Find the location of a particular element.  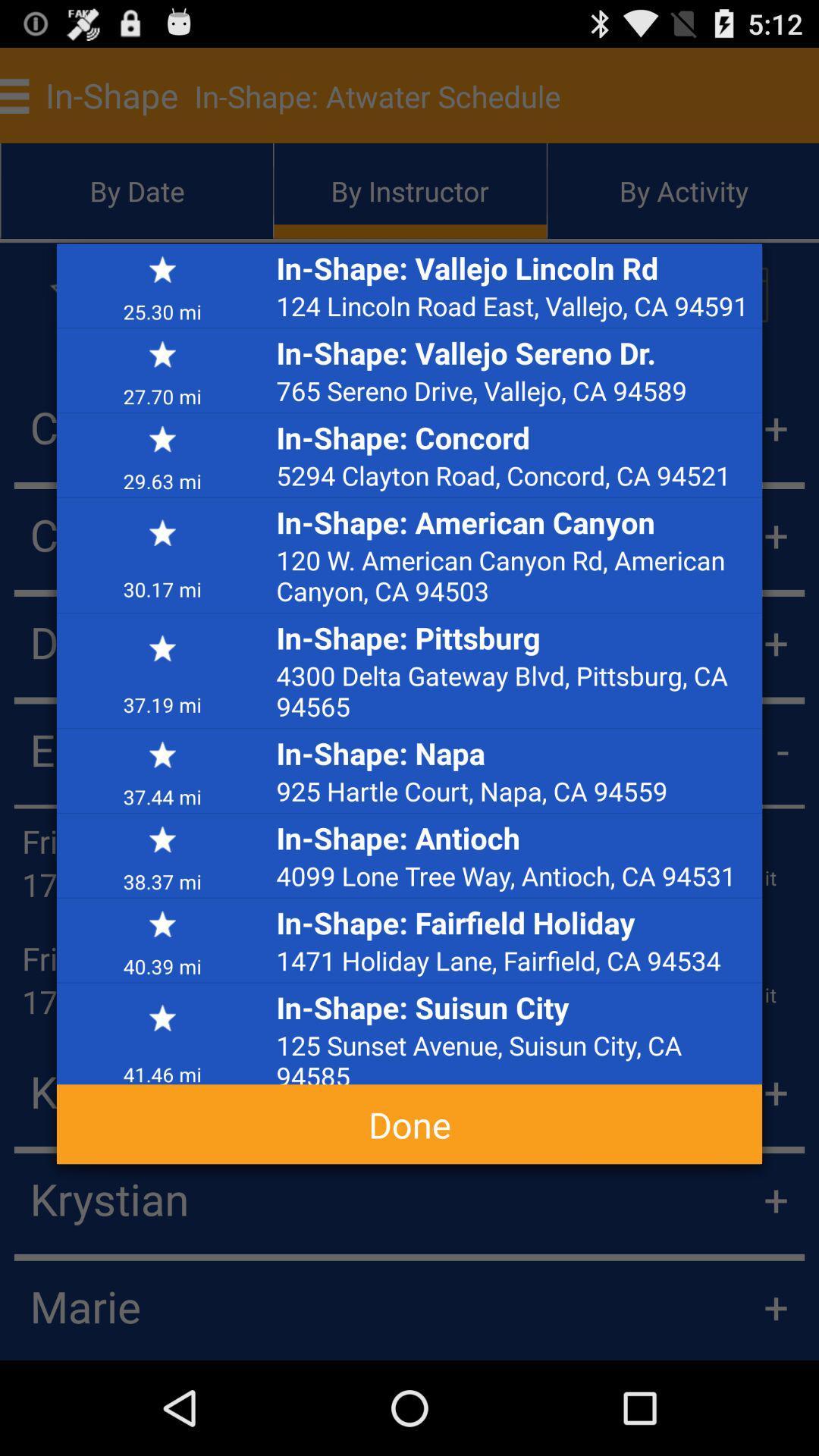

app below 41.46 mi is located at coordinates (409, 1124).